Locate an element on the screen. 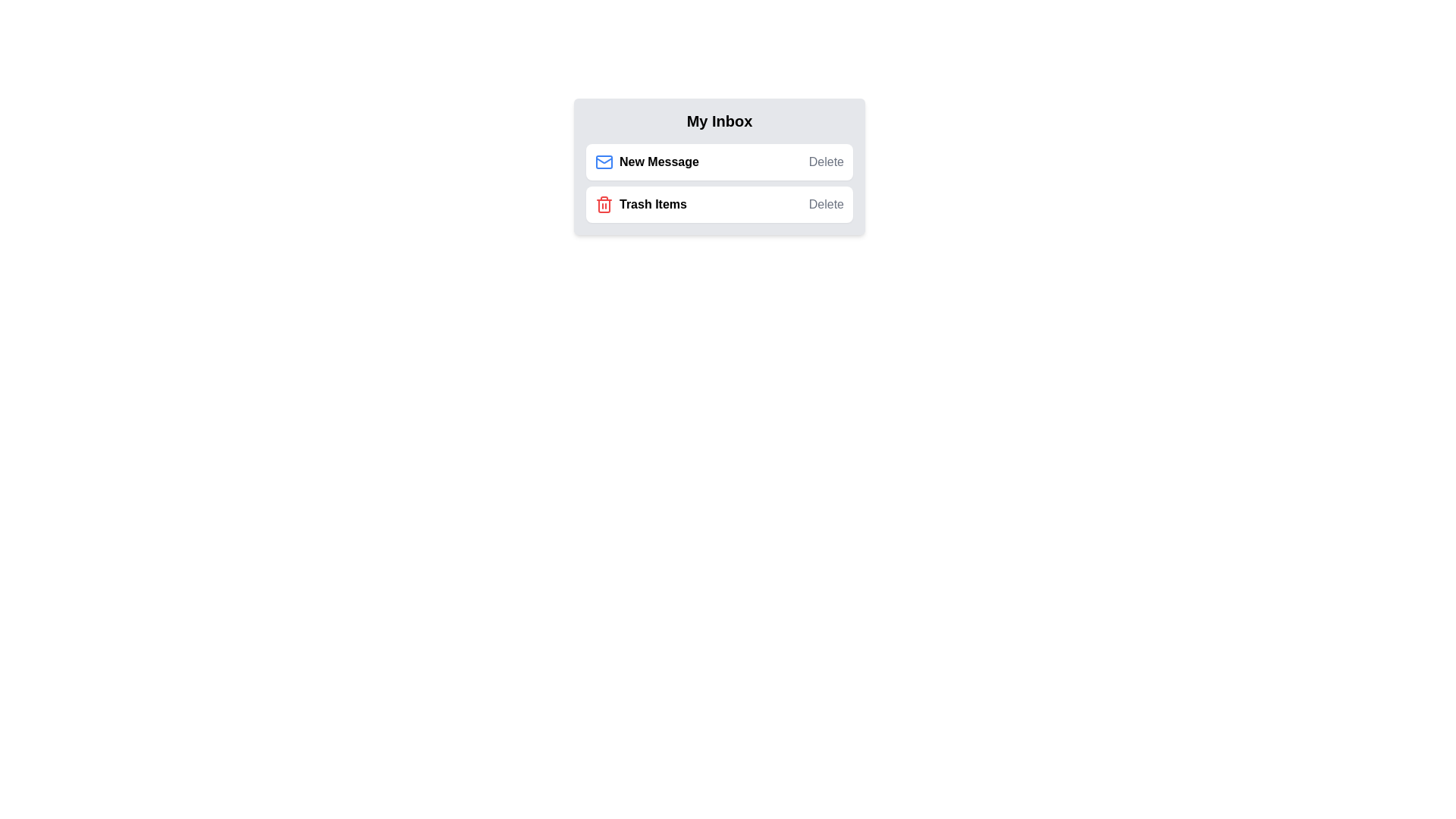 This screenshot has width=1456, height=819. the text 'New Message' to select it is located at coordinates (647, 162).